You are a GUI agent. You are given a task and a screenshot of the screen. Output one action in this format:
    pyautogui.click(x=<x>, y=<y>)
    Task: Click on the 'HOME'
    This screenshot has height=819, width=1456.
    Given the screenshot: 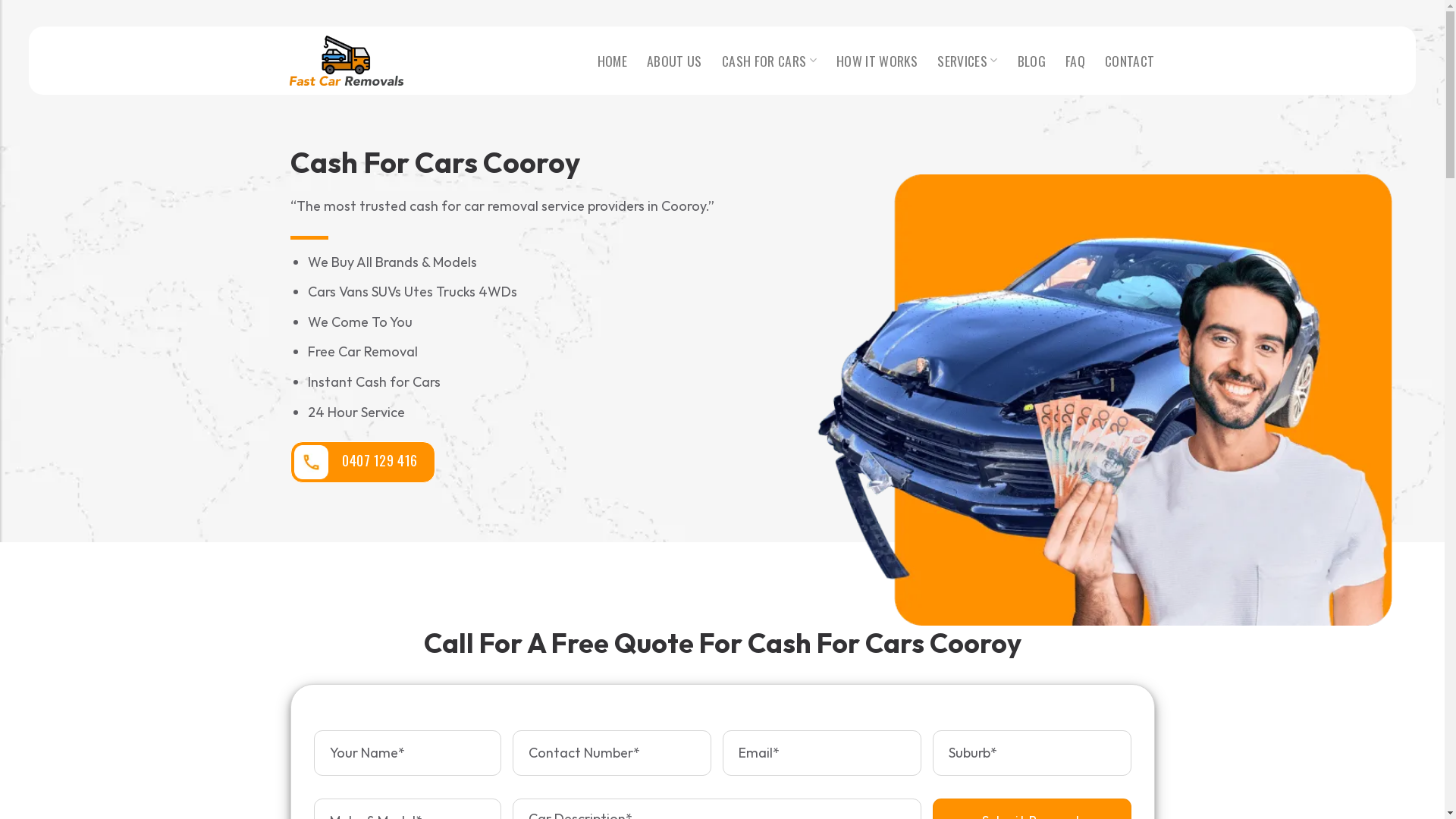 What is the action you would take?
    pyautogui.click(x=612, y=60)
    